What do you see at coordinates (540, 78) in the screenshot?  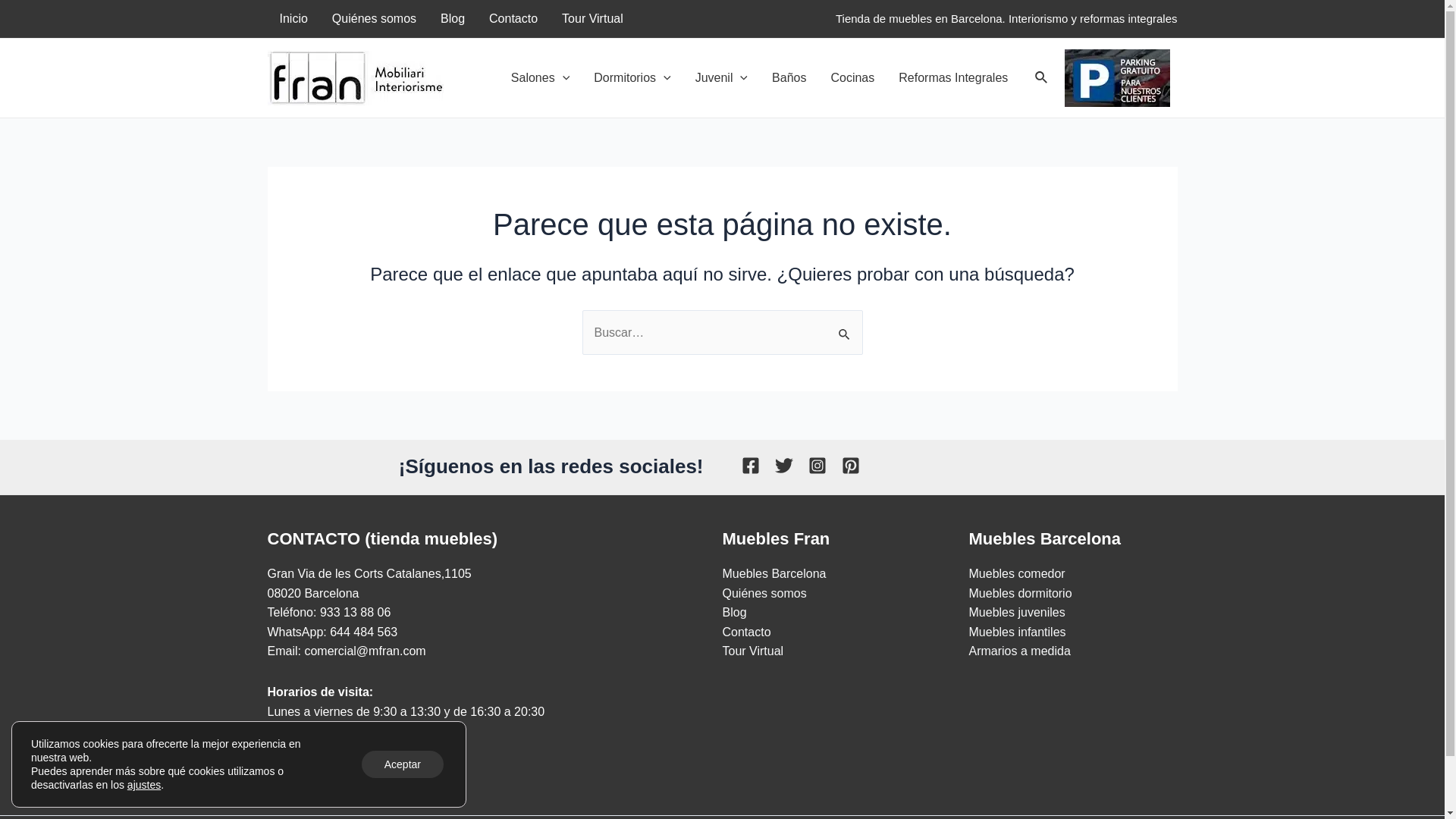 I see `'Salones'` at bounding box center [540, 78].